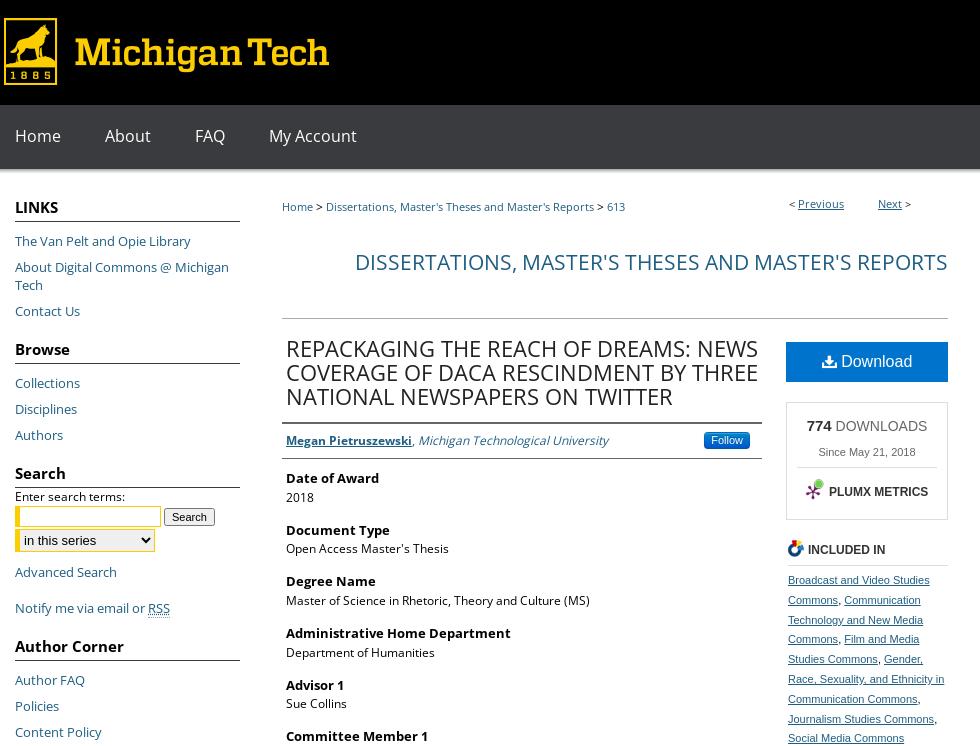 The width and height of the screenshot is (980, 746). What do you see at coordinates (798, 202) in the screenshot?
I see `'Previous'` at bounding box center [798, 202].